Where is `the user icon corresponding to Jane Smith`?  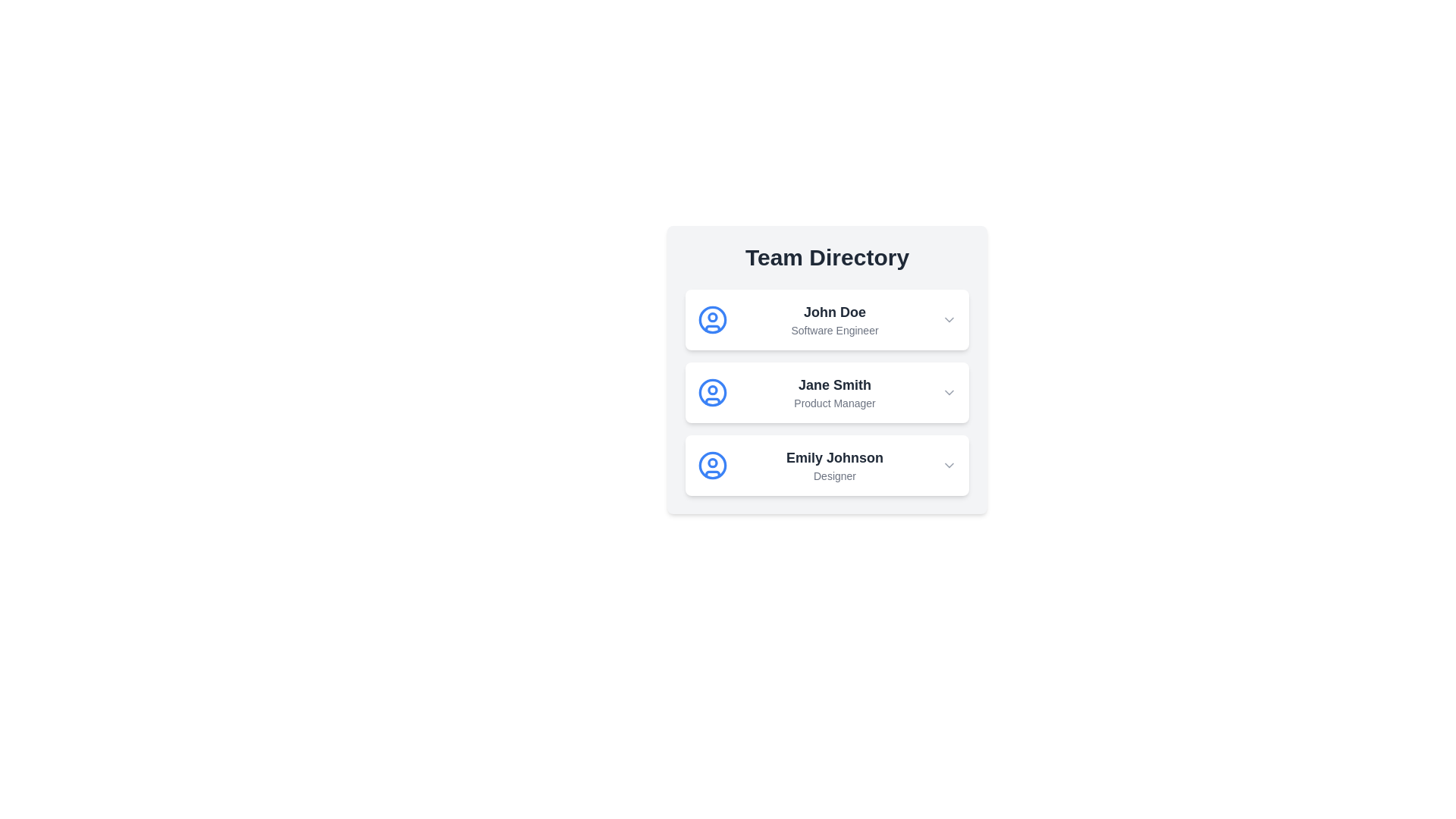 the user icon corresponding to Jane Smith is located at coordinates (712, 391).